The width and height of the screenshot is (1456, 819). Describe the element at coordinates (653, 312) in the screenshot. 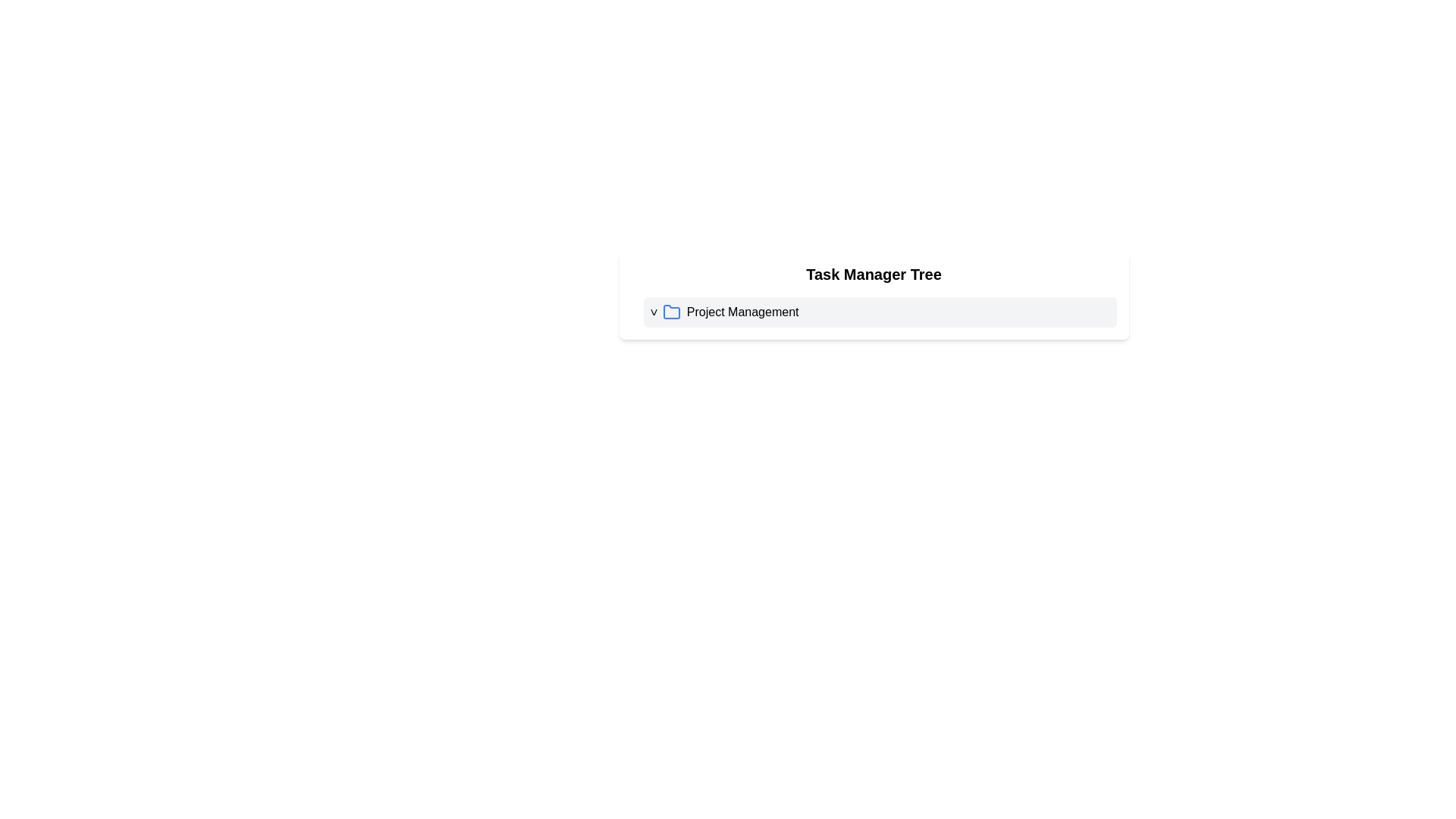

I see `the small black triangular arrow icon on the leftmost side of the horizontal layout` at that location.